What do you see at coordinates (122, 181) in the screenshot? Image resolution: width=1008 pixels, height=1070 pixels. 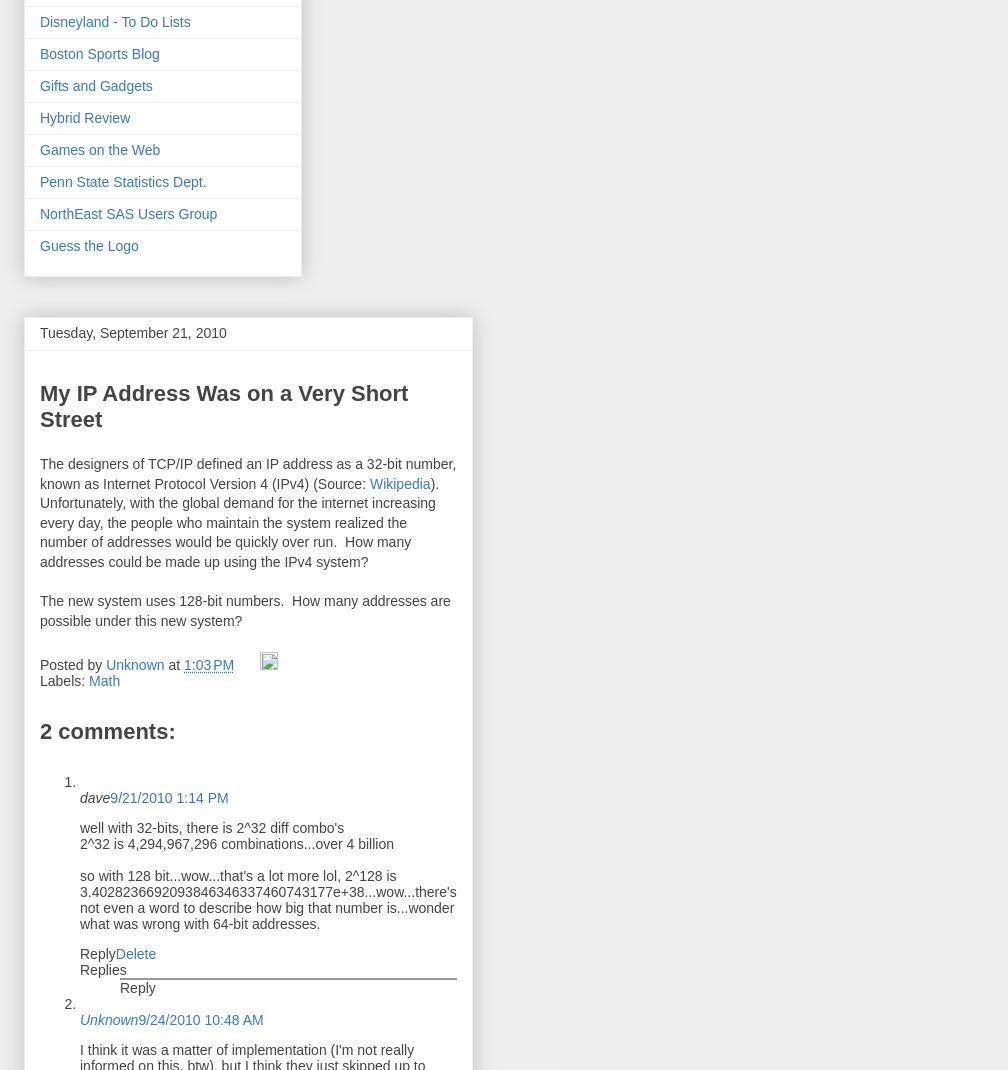 I see `'Penn State Statistics Dept.'` at bounding box center [122, 181].